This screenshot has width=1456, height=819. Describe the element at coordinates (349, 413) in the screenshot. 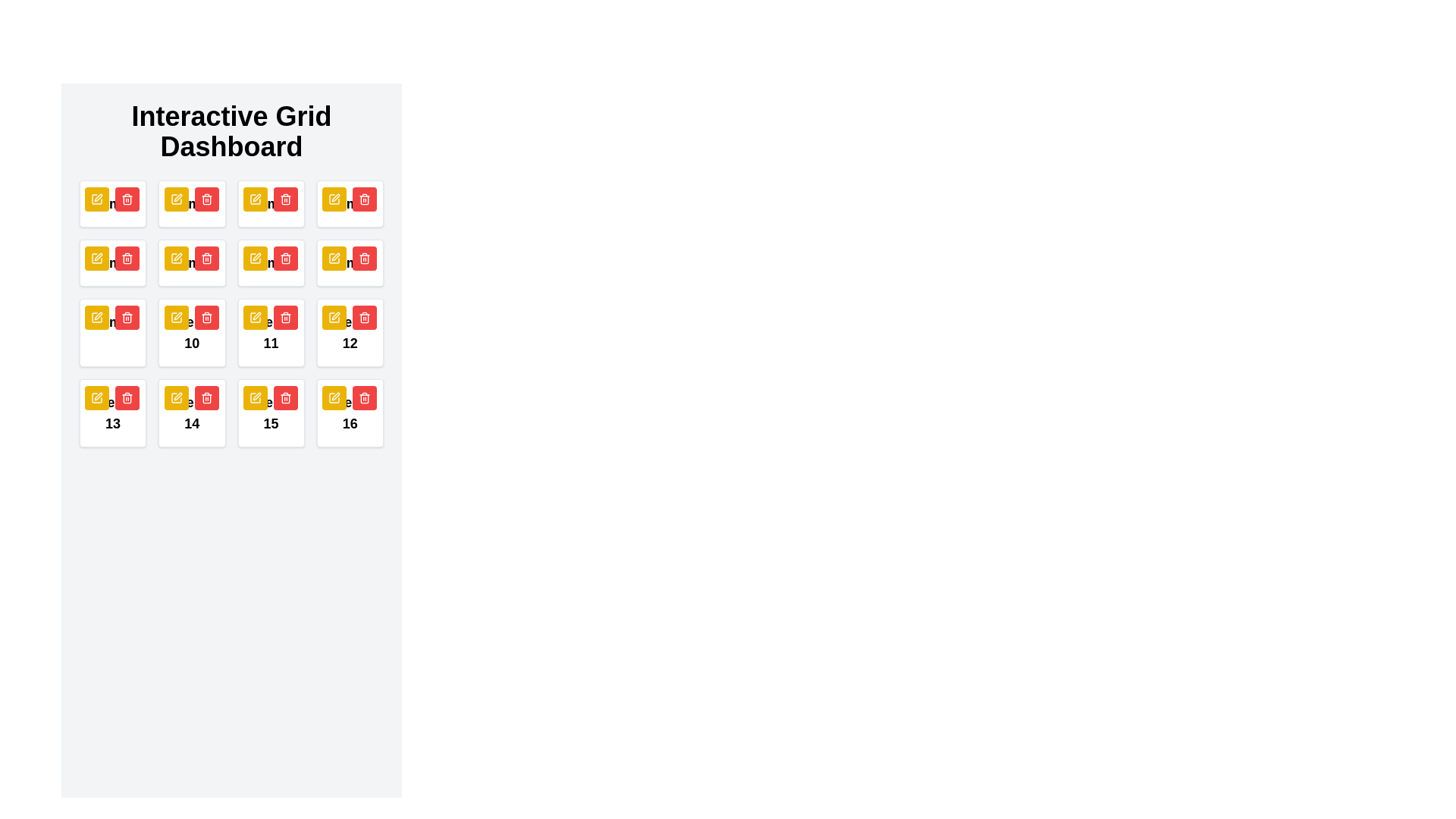

I see `the delete button on the Card displaying 'Item 16', which is located at the bottom-right corner of the grid layout` at that location.